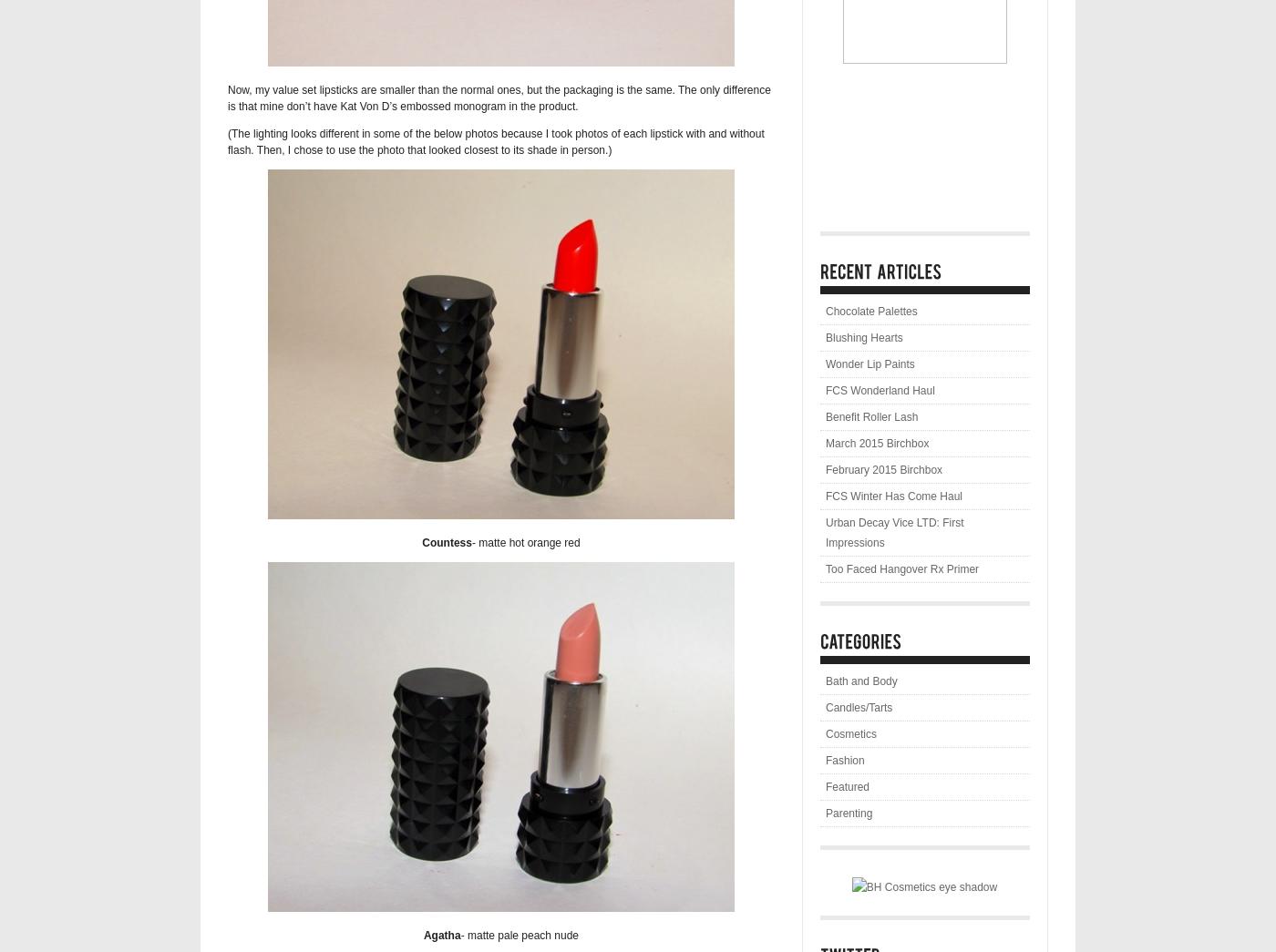 The image size is (1276, 952). What do you see at coordinates (825, 390) in the screenshot?
I see `'FCS Wonderland Haul'` at bounding box center [825, 390].